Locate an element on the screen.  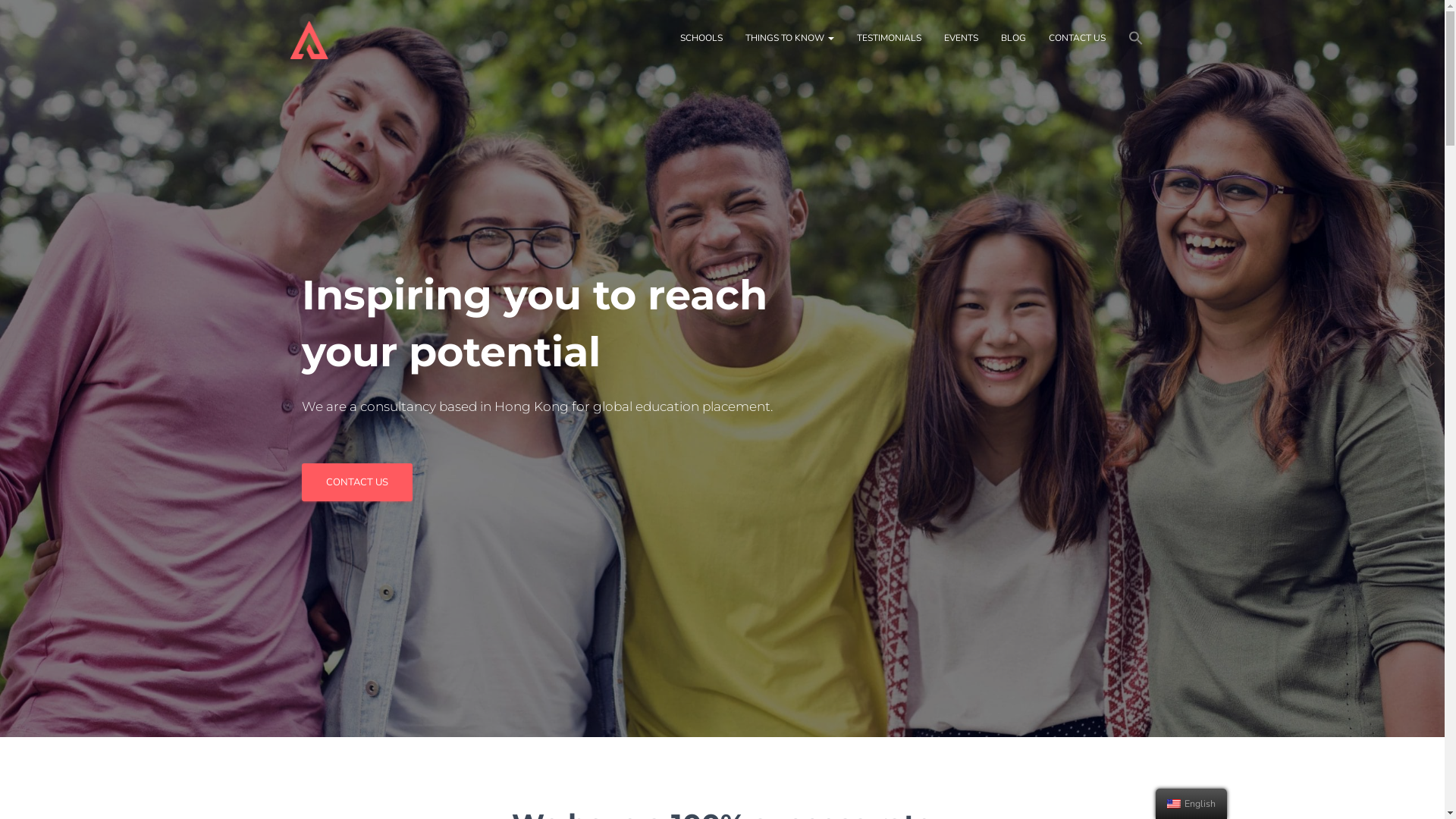
'English' is located at coordinates (1172, 803).